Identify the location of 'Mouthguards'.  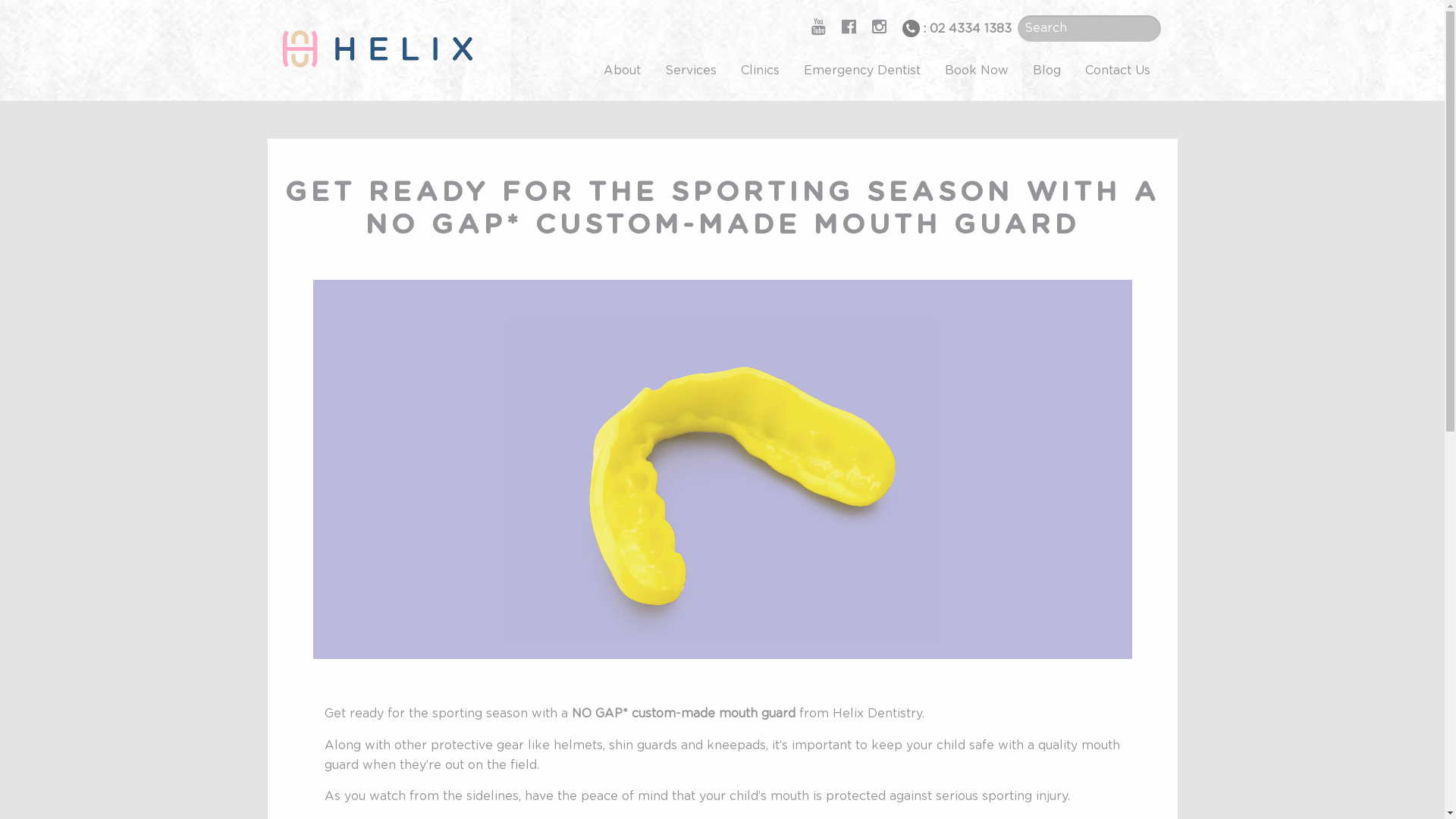
(720, 468).